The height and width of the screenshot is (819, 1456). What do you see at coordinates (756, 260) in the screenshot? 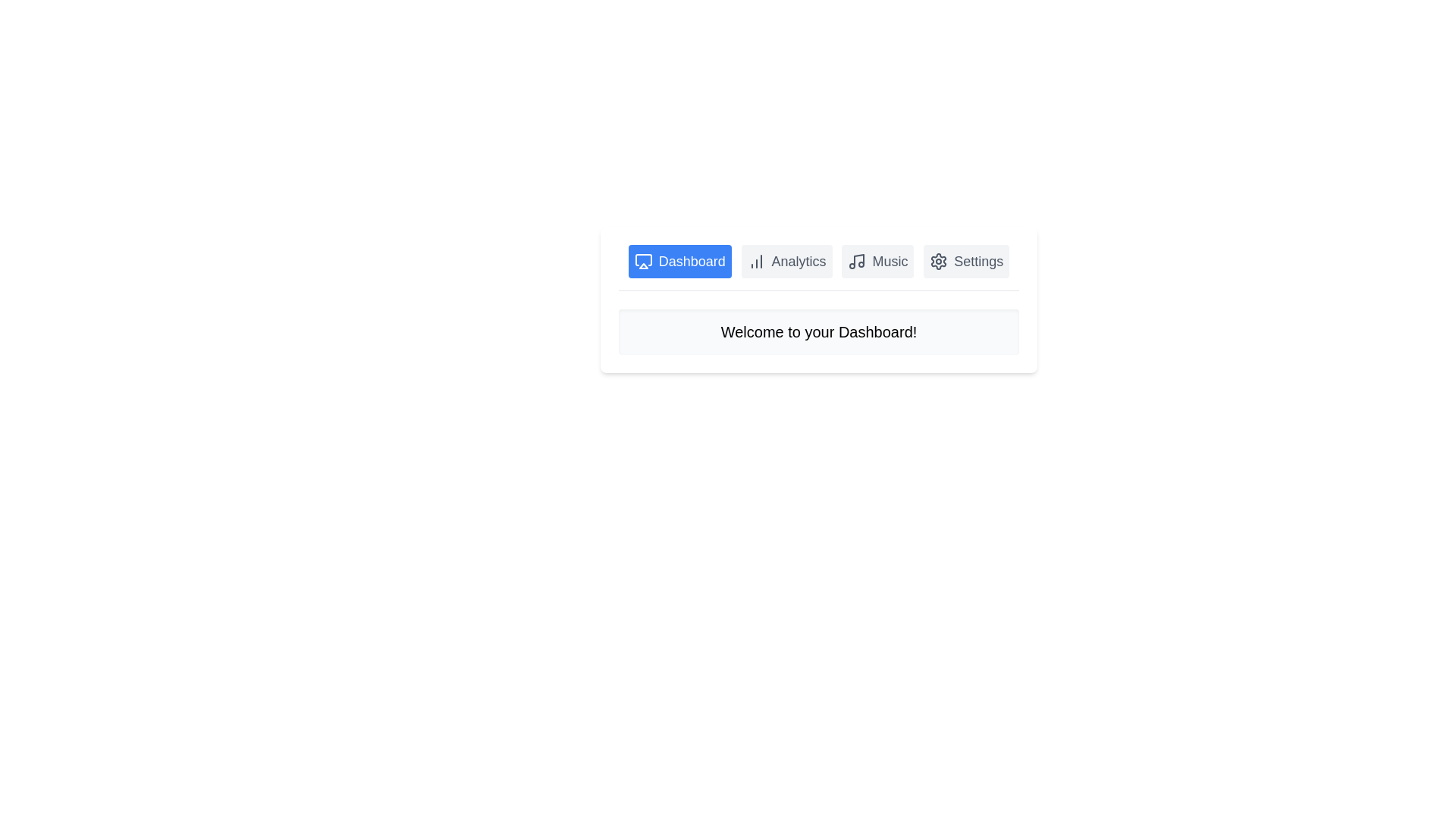
I see `the bar chart icon that is located to the immediate left of the 'Analytics' text label in the upper center portion of the interface` at bounding box center [756, 260].